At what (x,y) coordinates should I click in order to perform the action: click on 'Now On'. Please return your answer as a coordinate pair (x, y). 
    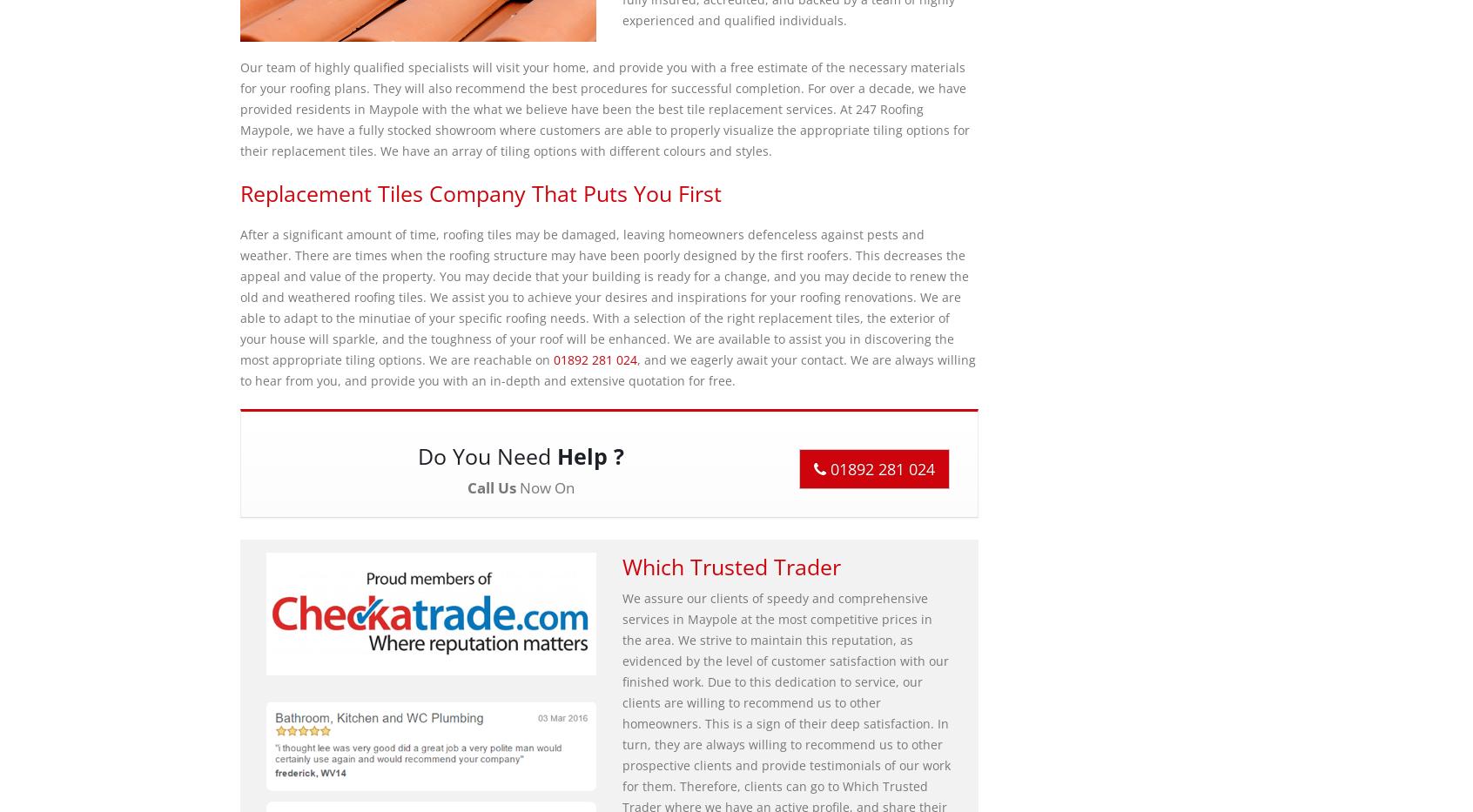
    Looking at the image, I should click on (543, 487).